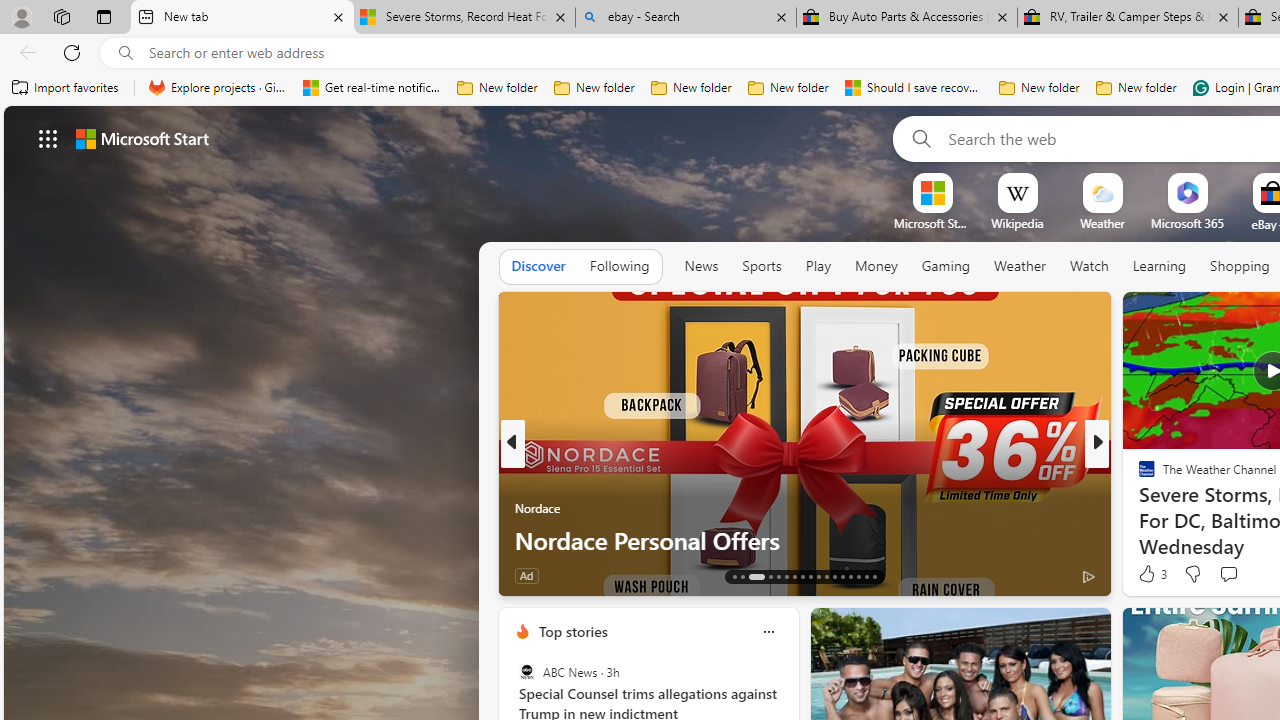  Describe the element at coordinates (1136, 87) in the screenshot. I see `'New folder'` at that location.